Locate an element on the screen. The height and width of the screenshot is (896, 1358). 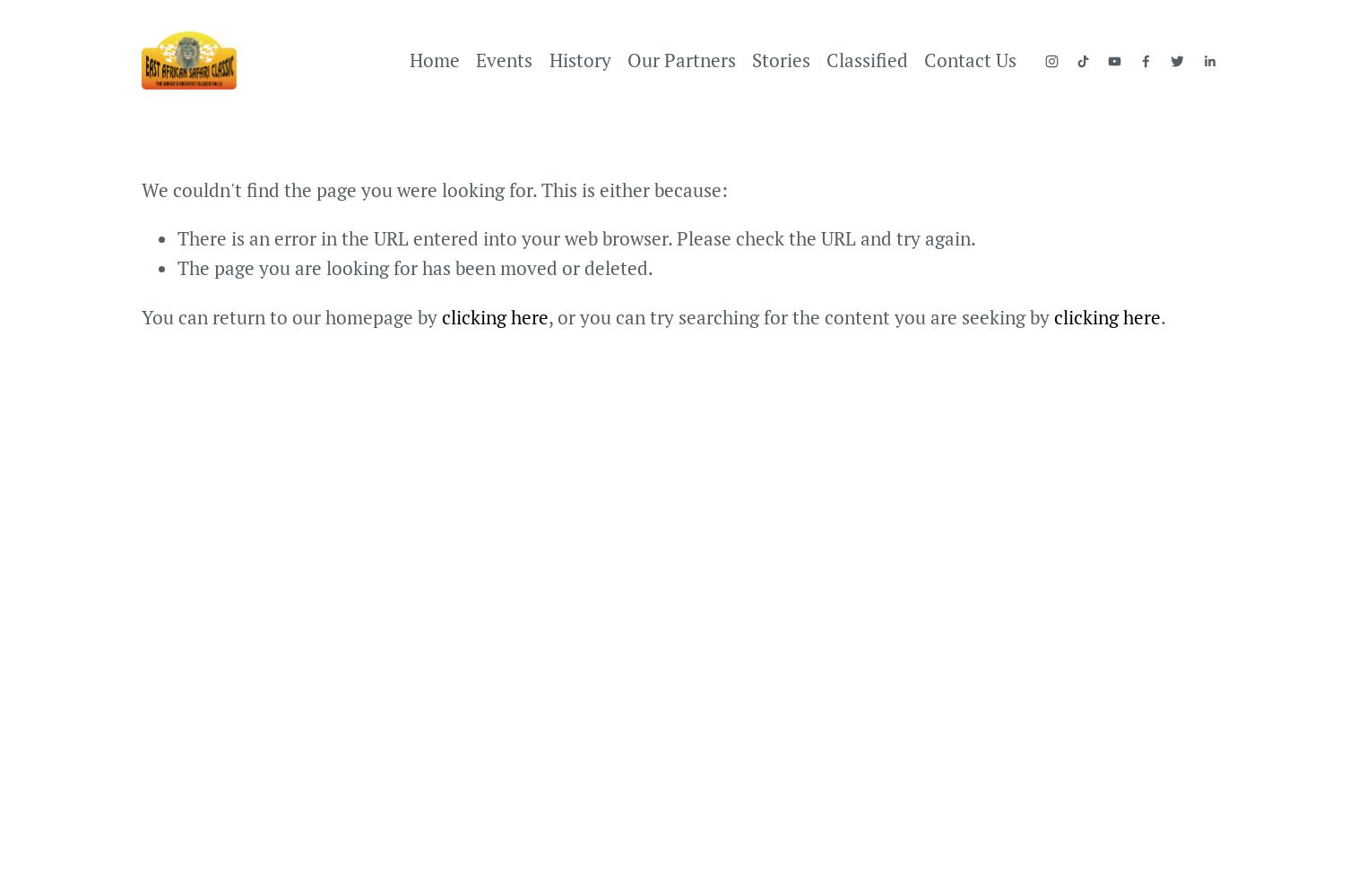
'Stories' is located at coordinates (781, 58).